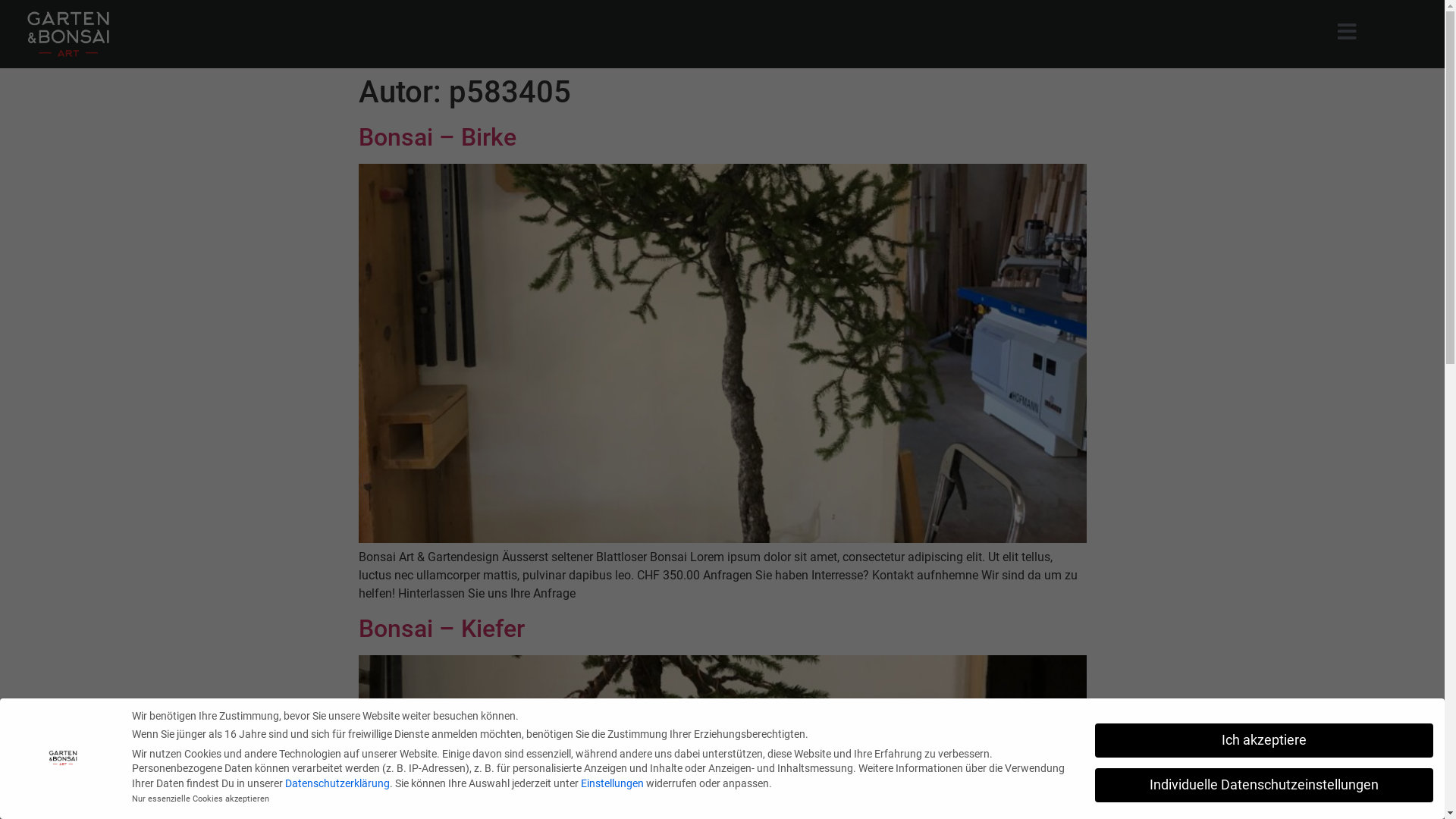 This screenshot has width=1456, height=819. Describe the element at coordinates (1263, 785) in the screenshot. I see `'Individuelle Datenschutzeinstellungen'` at that location.